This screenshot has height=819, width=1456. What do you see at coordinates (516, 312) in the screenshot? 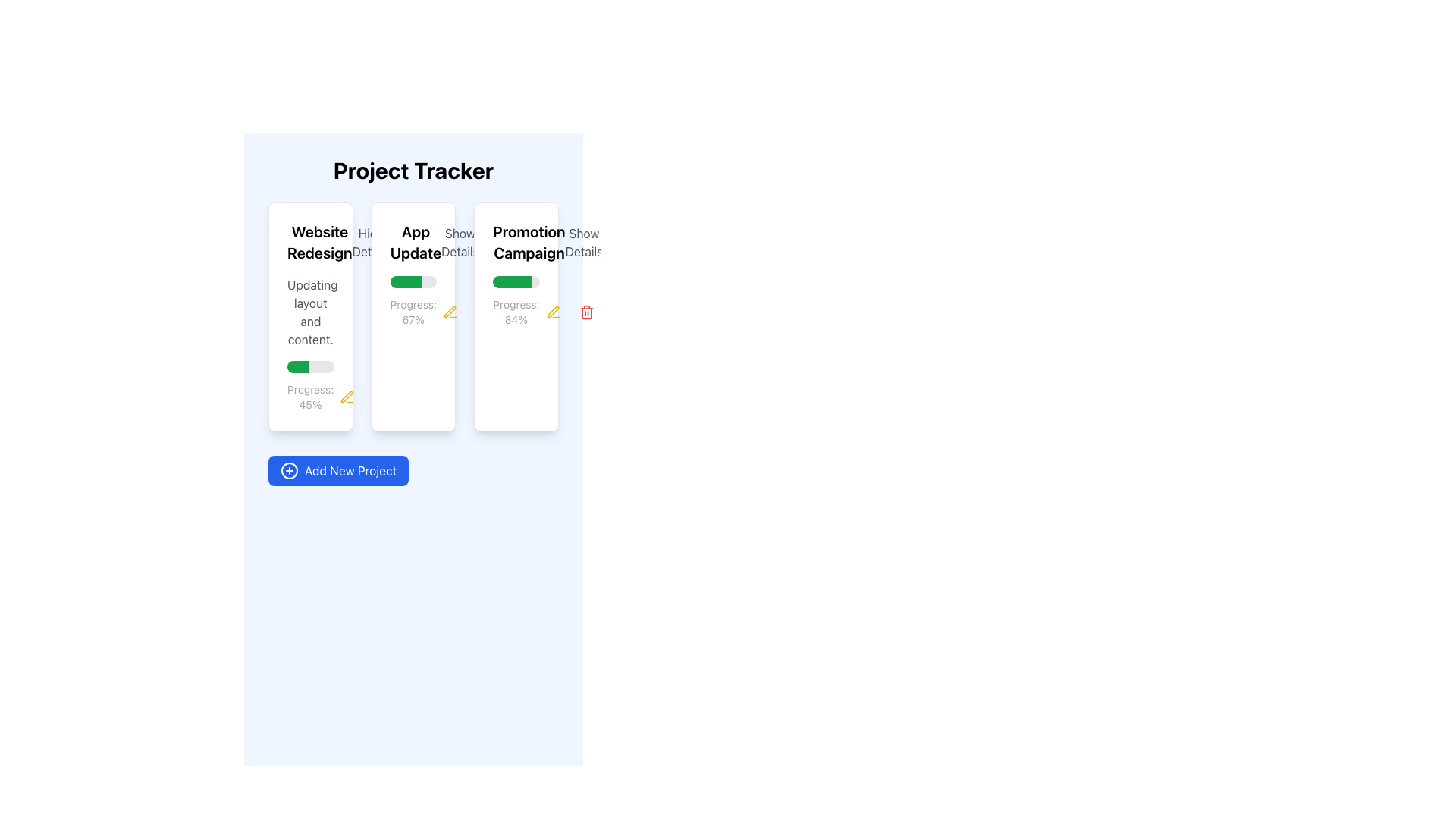
I see `the Text label displaying the progress percentage for the associated task or campaign located below the progress bar in the 'Promotion Campaign' card` at bounding box center [516, 312].